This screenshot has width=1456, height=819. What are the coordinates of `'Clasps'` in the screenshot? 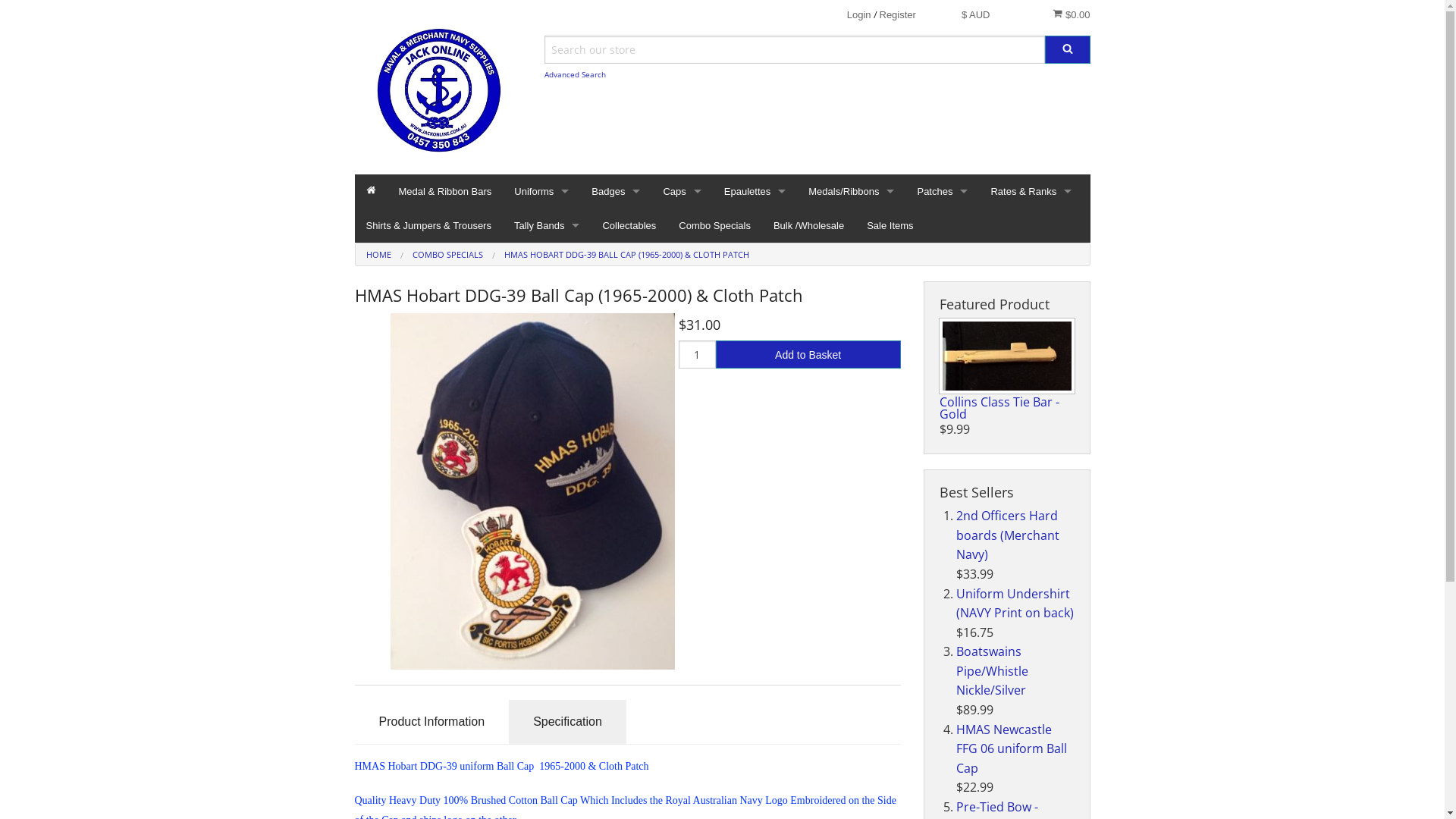 It's located at (796, 312).